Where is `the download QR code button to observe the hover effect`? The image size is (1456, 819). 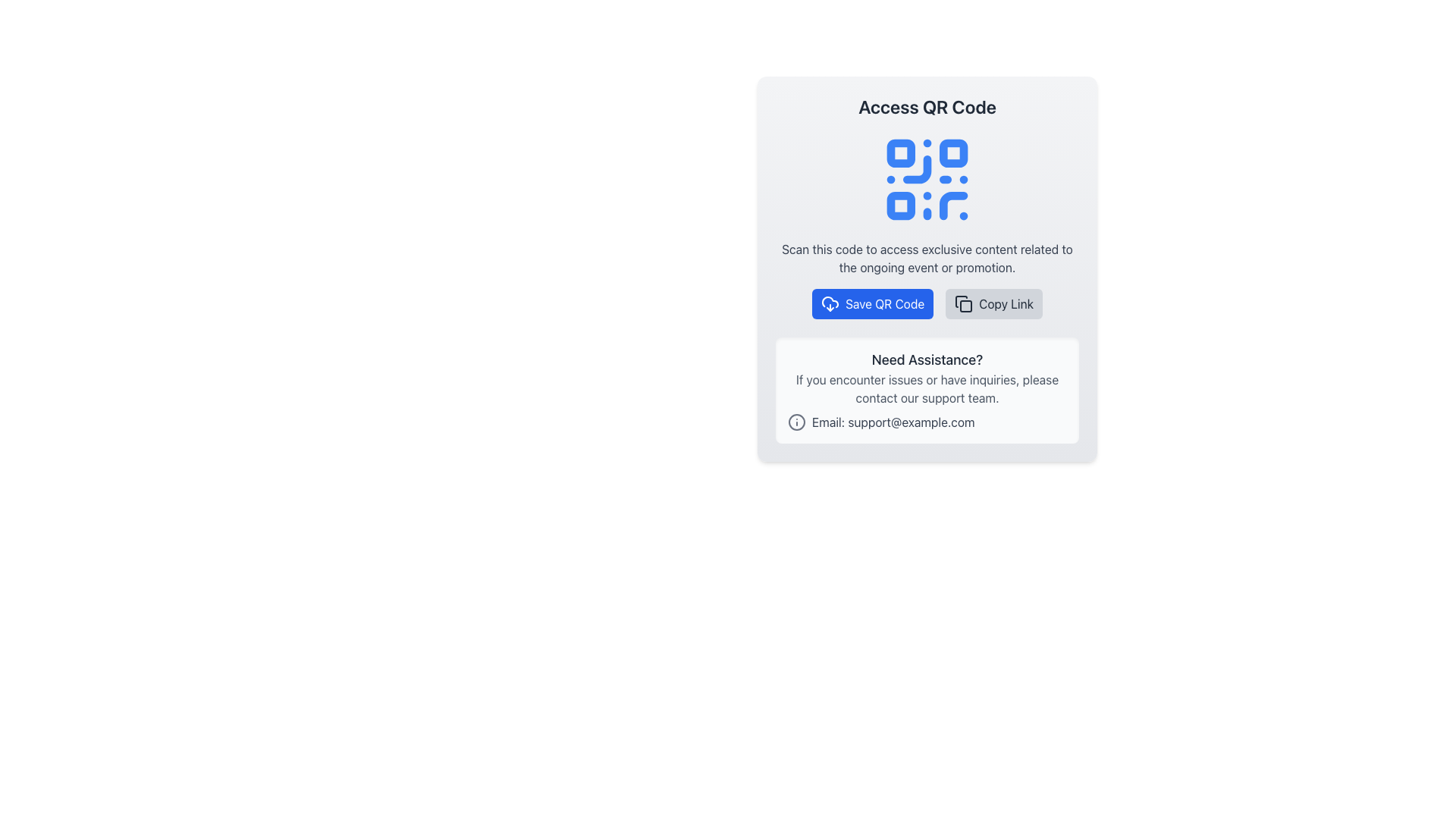
the download QR code button to observe the hover effect is located at coordinates (873, 304).